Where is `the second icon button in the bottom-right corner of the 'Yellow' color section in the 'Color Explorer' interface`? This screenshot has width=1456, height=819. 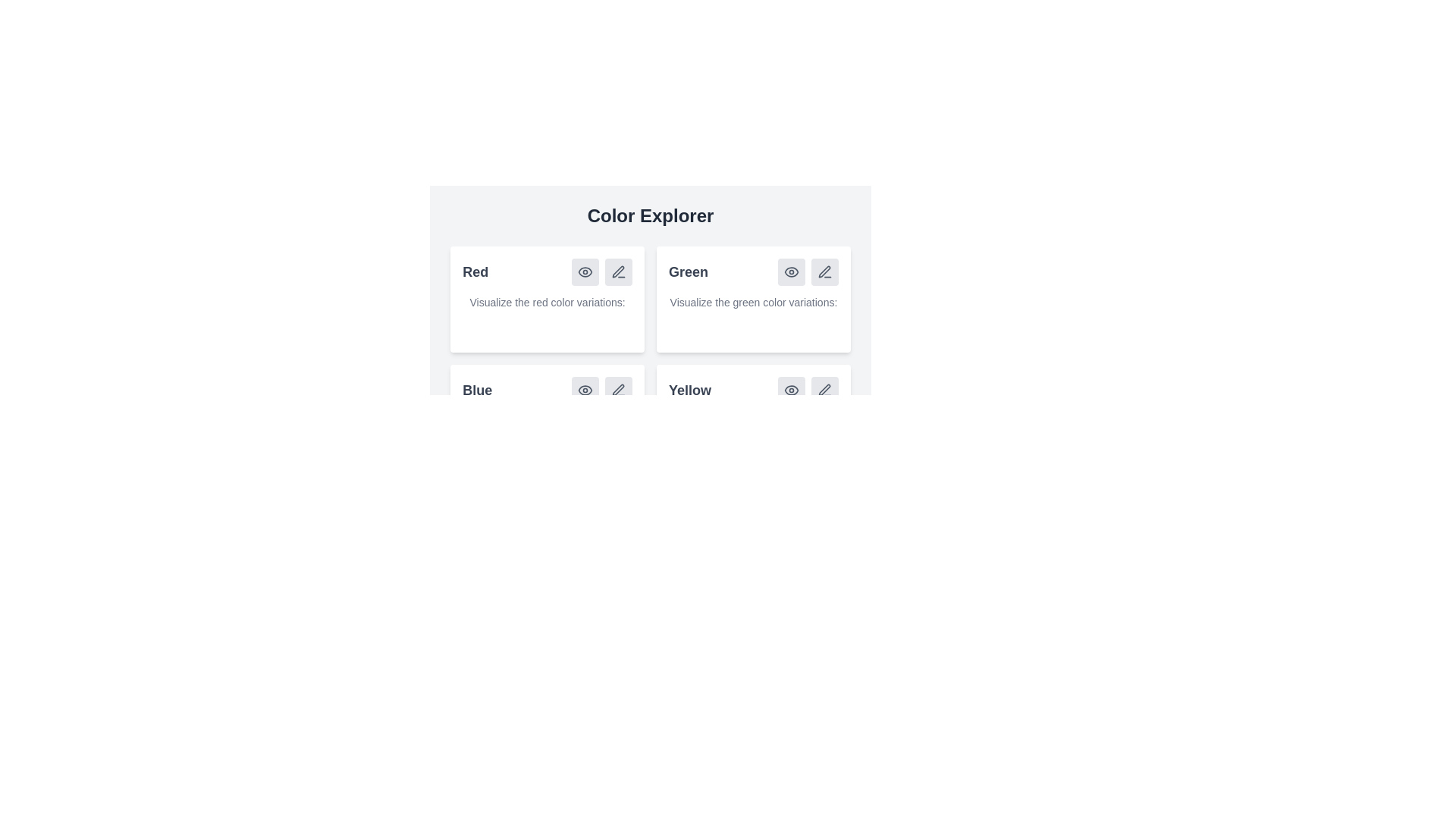
the second icon button in the bottom-right corner of the 'Yellow' color section in the 'Color Explorer' interface is located at coordinates (824, 389).